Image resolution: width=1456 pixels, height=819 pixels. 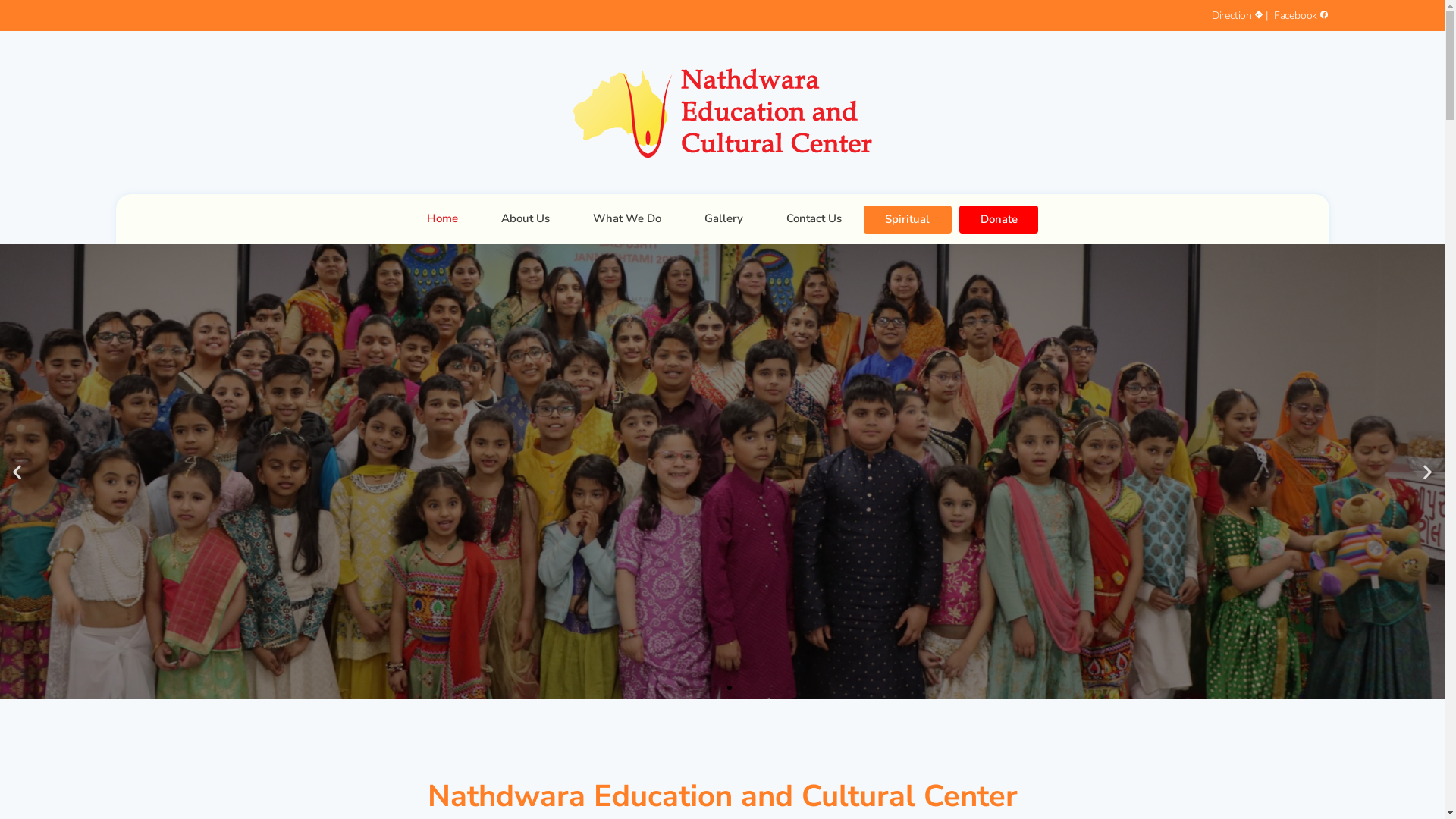 What do you see at coordinates (907, 219) in the screenshot?
I see `'Spiritual'` at bounding box center [907, 219].